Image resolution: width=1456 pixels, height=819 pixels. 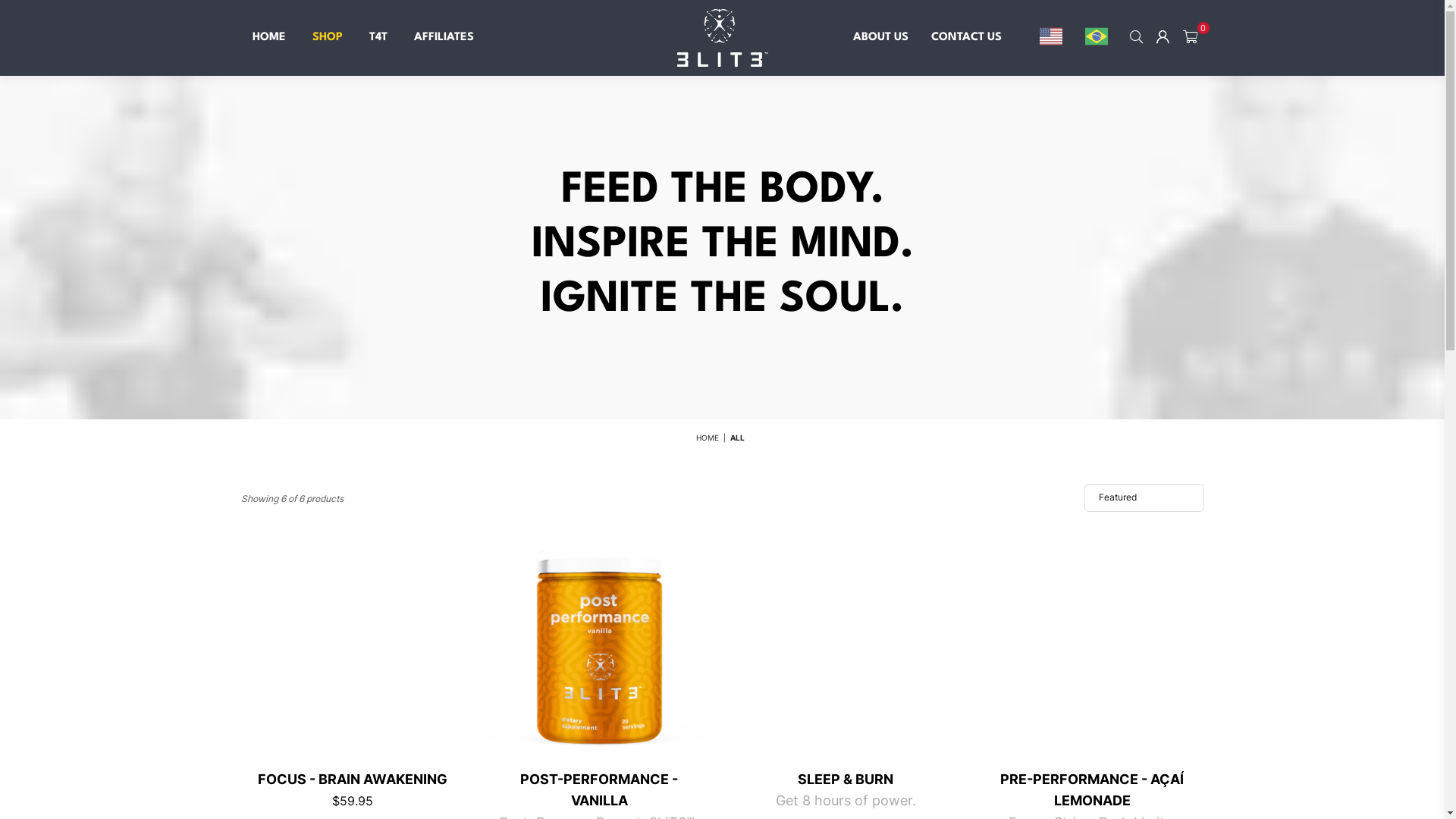 What do you see at coordinates (1188, 37) in the screenshot?
I see `'0'` at bounding box center [1188, 37].